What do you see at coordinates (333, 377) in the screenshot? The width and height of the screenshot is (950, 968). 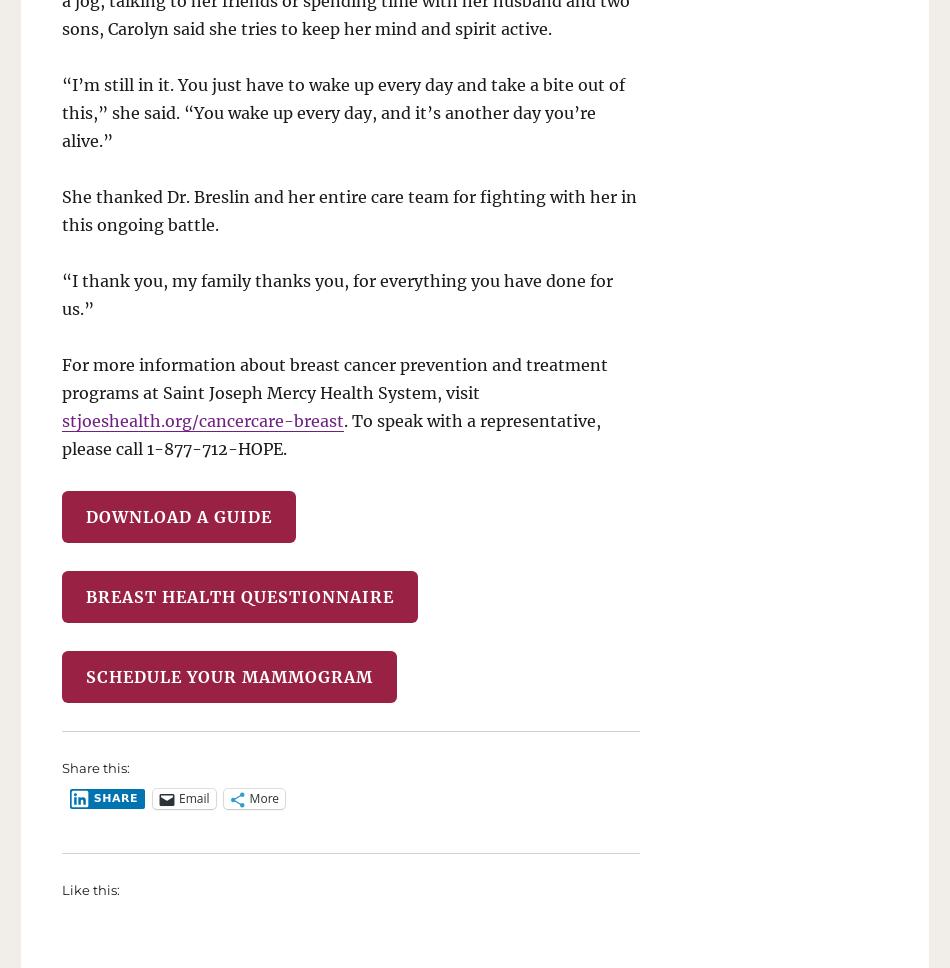 I see `'For more information about breast cancer prevention and treatment programs at Saint Joseph Mercy Health System, visit'` at bounding box center [333, 377].